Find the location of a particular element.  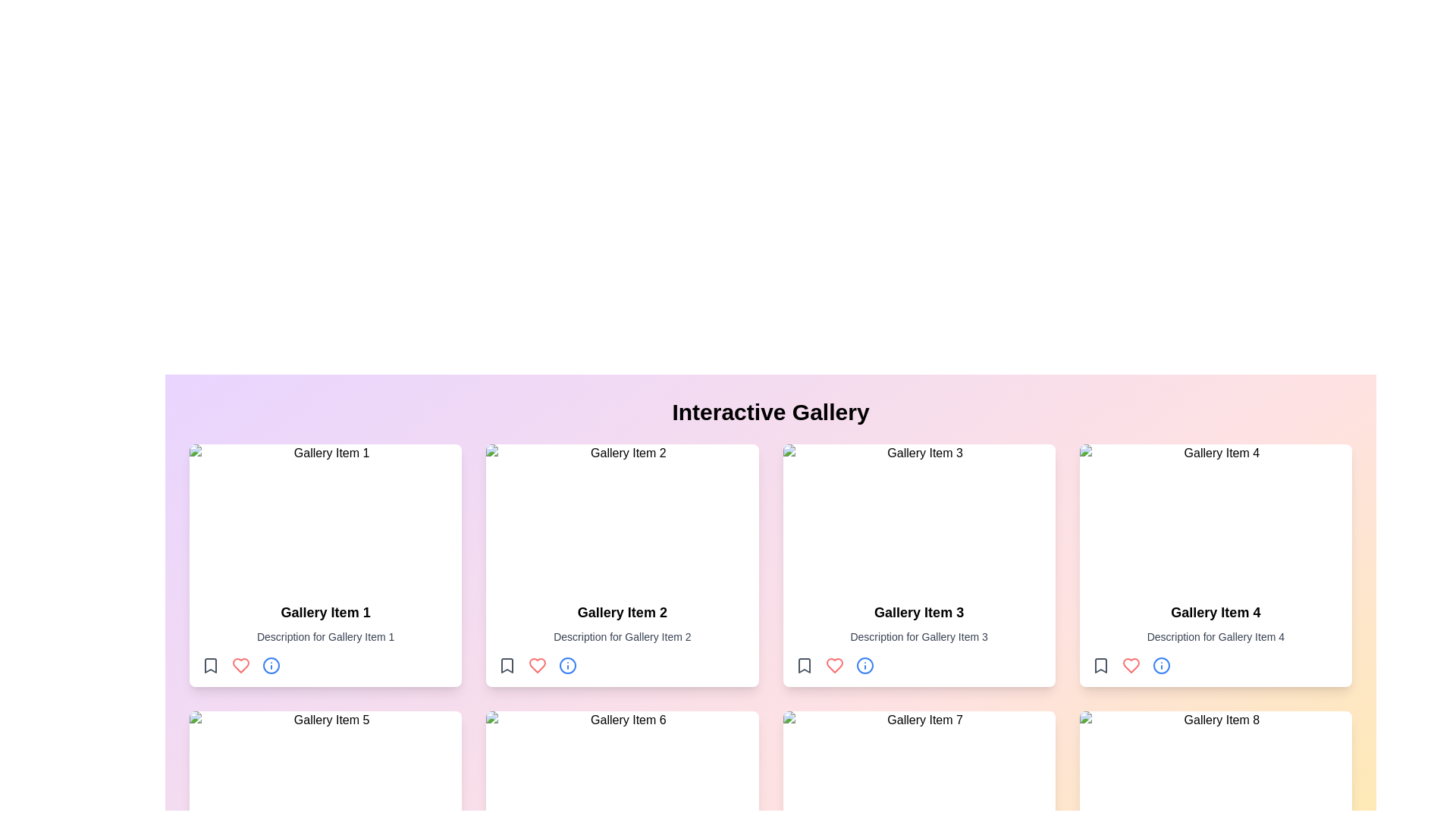

the descriptive text label associated with 'Gallery Item 1', located directly under the bold title within the first gallery card in the top-left corner is located at coordinates (325, 637).